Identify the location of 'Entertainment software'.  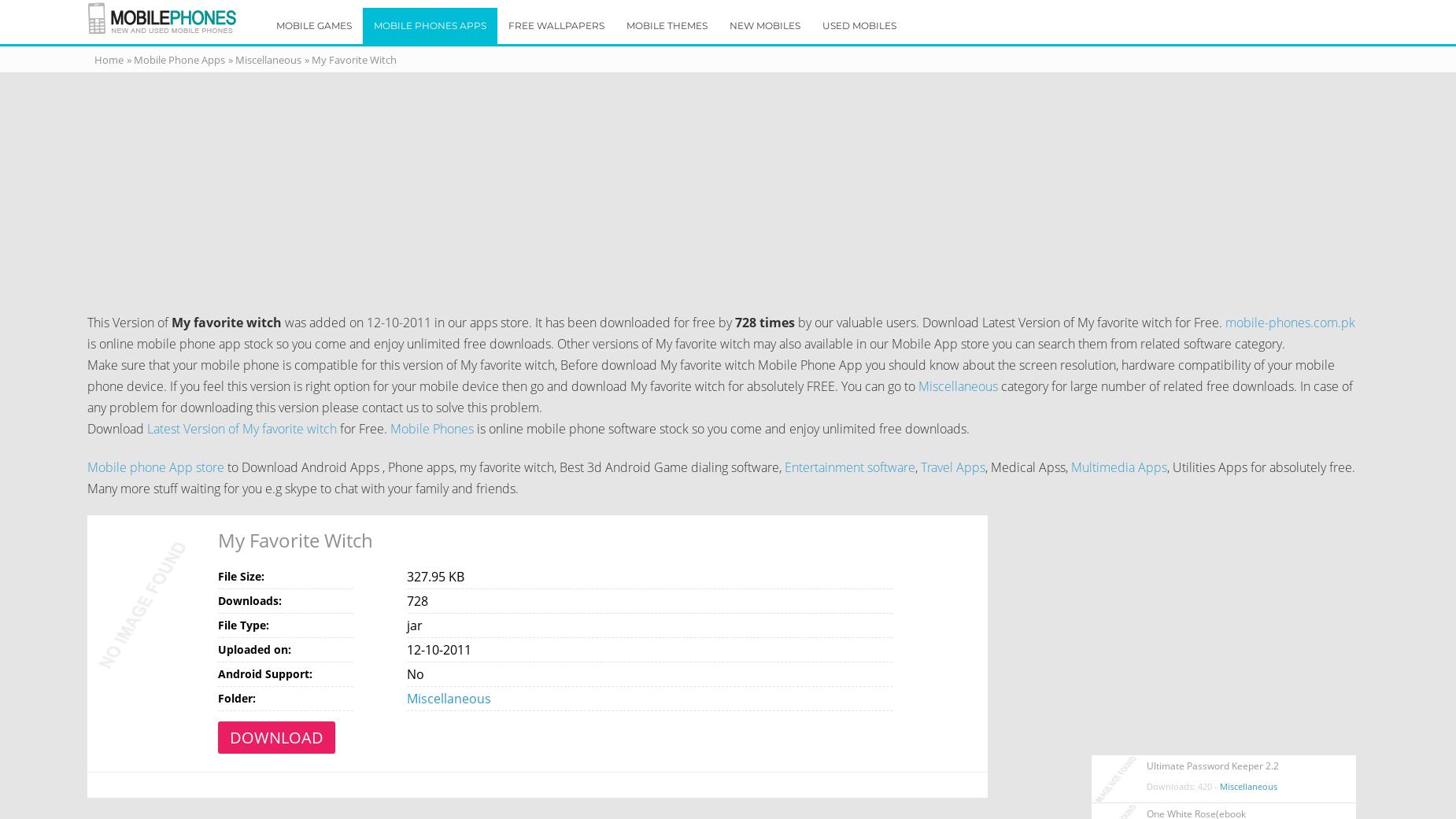
(849, 467).